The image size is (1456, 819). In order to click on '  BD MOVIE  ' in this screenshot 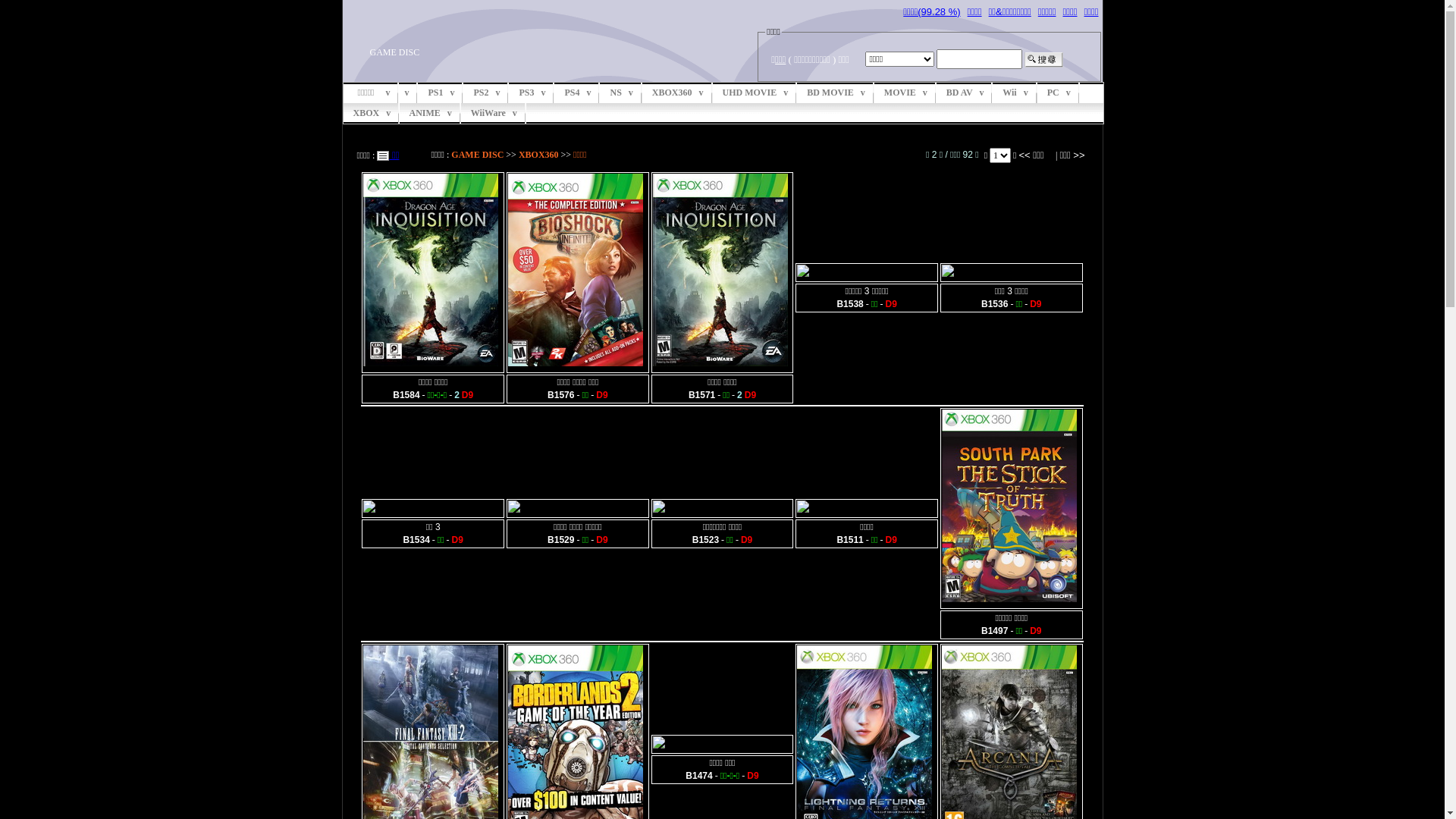, I will do `click(835, 93)`.